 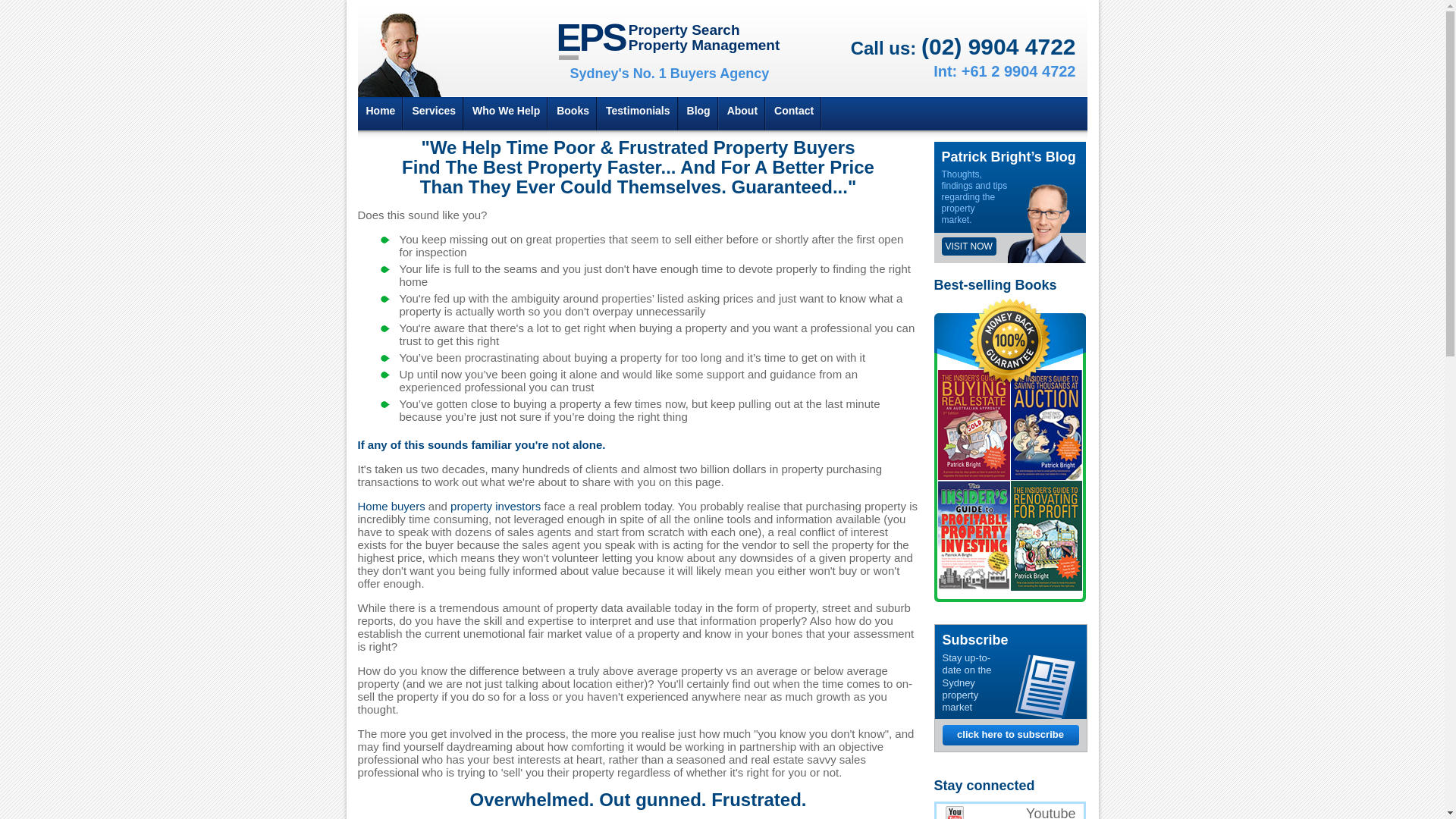 What do you see at coordinates (968, 245) in the screenshot?
I see `'VISIT NOW'` at bounding box center [968, 245].